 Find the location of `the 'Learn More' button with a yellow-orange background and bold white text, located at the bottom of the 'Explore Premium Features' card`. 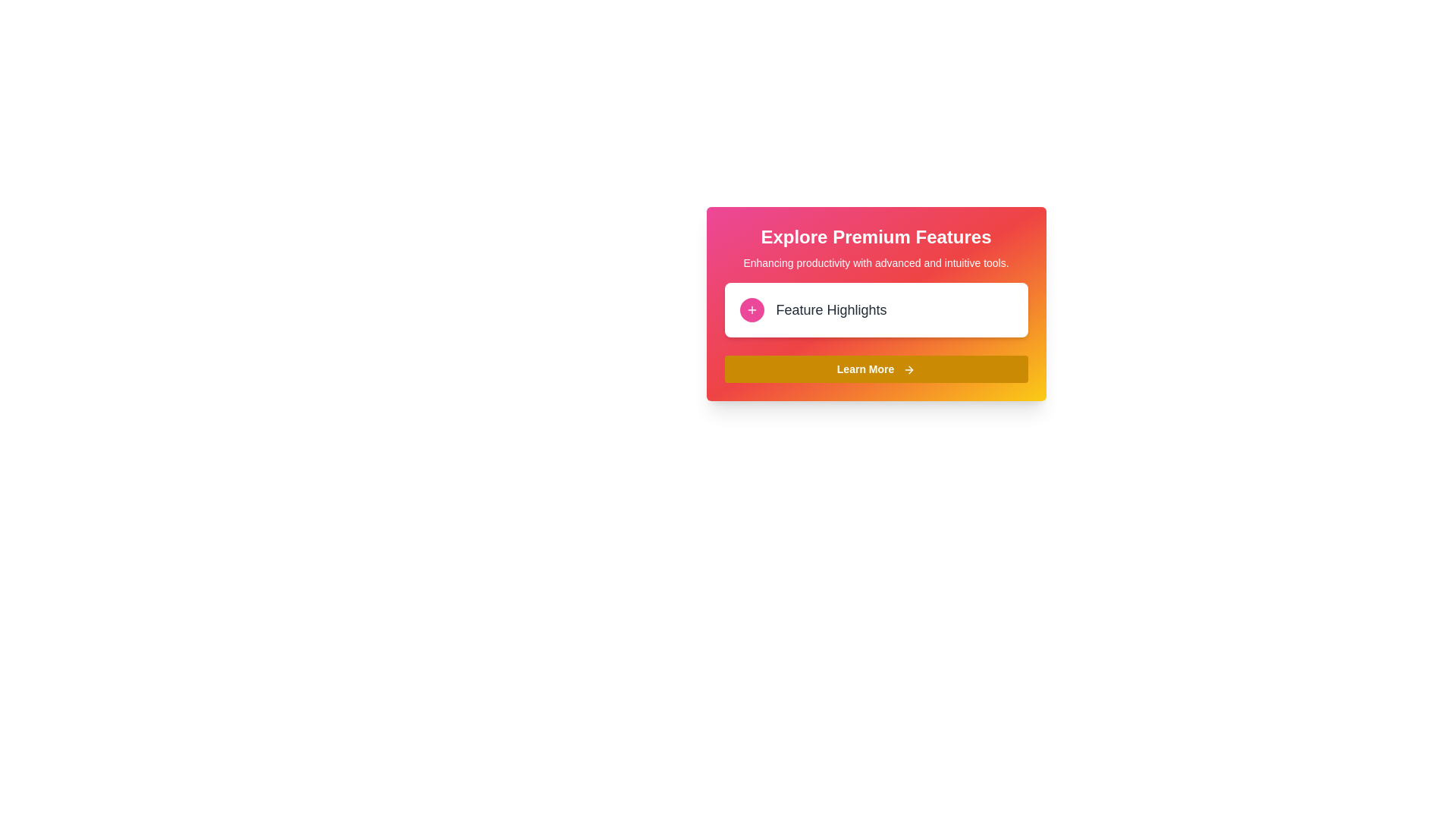

the 'Learn More' button with a yellow-orange background and bold white text, located at the bottom of the 'Explore Premium Features' card is located at coordinates (876, 369).